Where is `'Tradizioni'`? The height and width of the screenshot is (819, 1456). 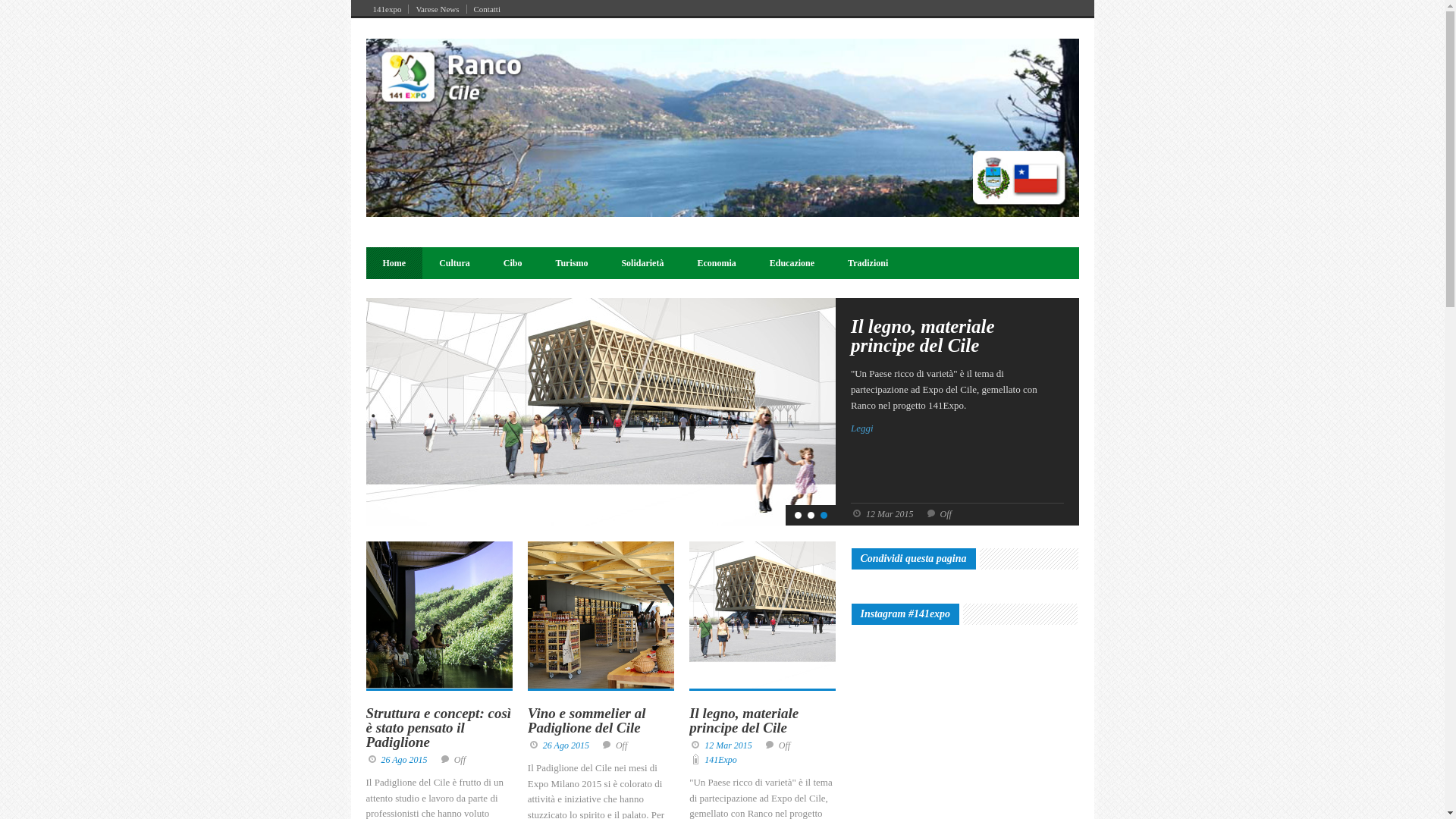
'Tradizioni' is located at coordinates (868, 262).